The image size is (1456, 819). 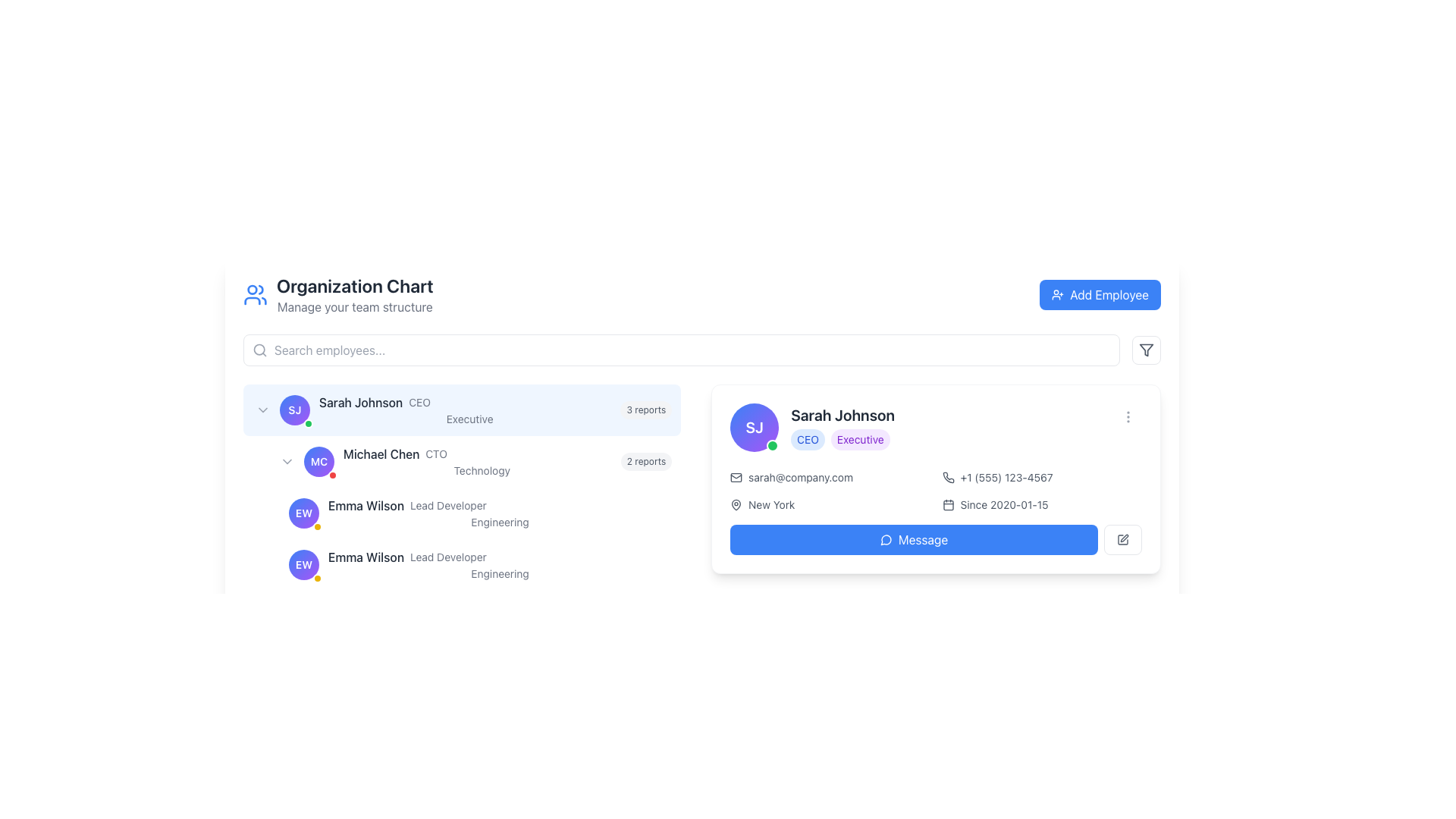 What do you see at coordinates (255, 295) in the screenshot?
I see `the user management icon located at the upper-left corner of the application interface, adjacent to the 'Organization Chart' text` at bounding box center [255, 295].